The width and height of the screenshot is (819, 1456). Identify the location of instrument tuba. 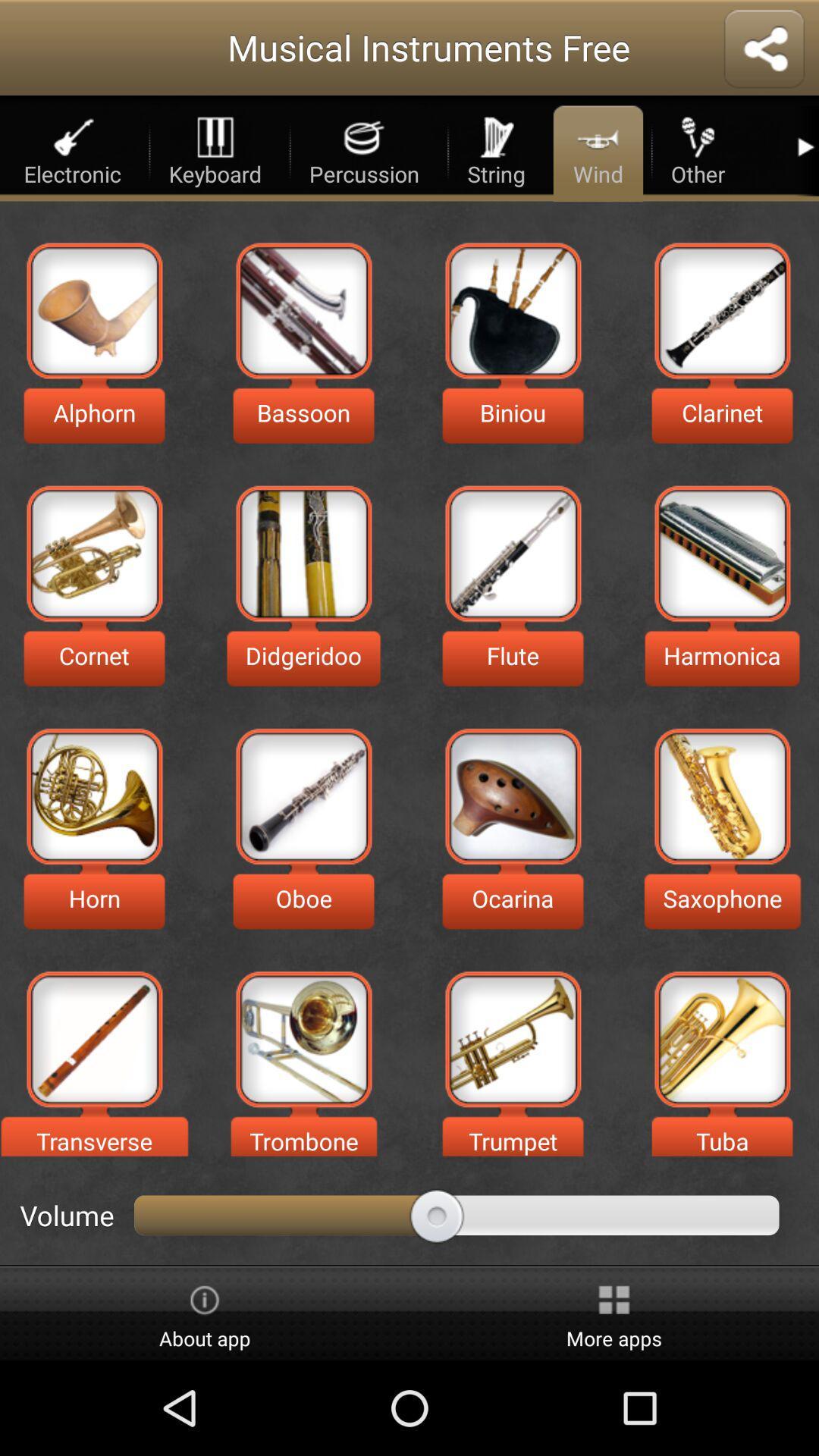
(721, 1038).